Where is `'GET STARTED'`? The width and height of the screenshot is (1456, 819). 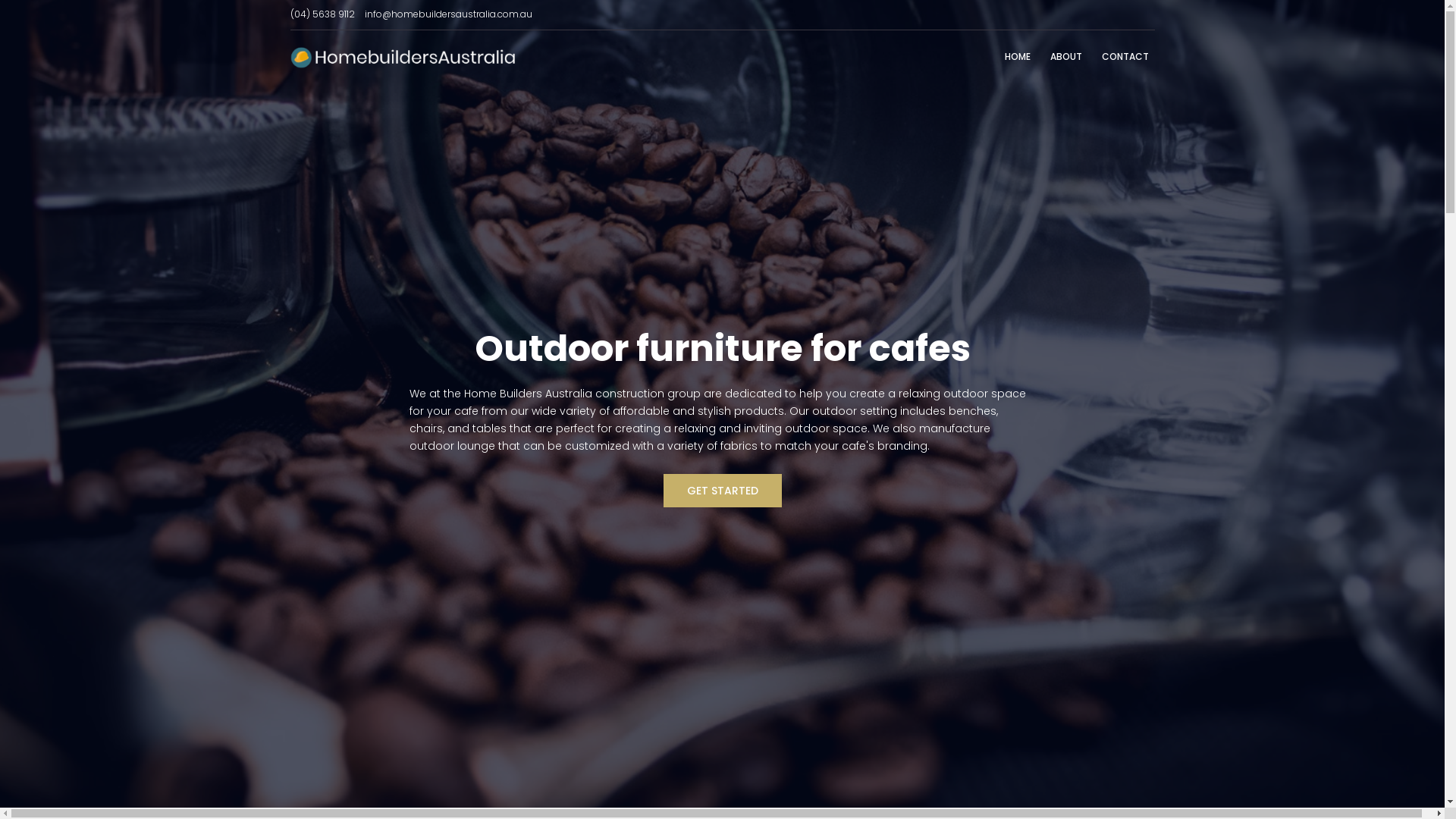 'GET STARTED' is located at coordinates (720, 491).